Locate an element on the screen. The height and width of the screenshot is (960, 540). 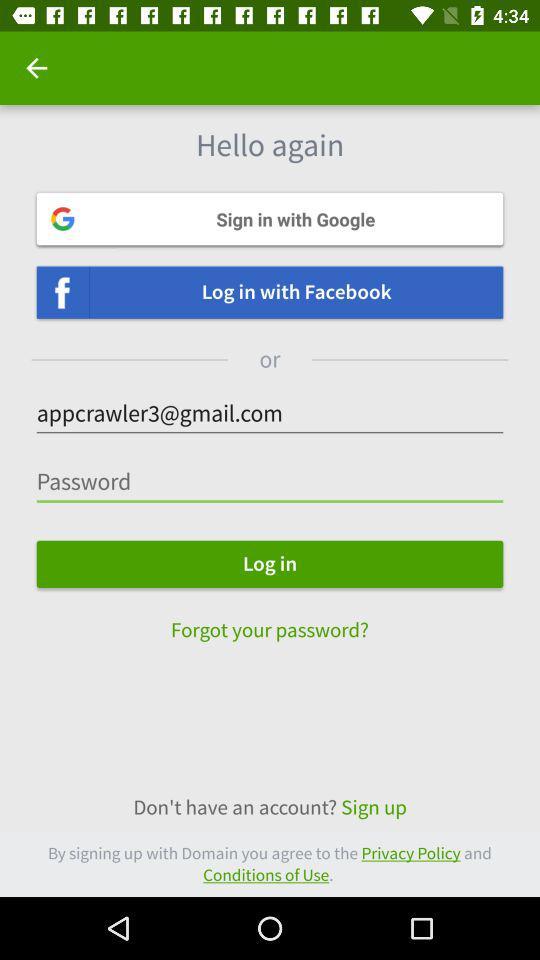
the icon below the appcrawler3@gmail.com is located at coordinates (270, 481).